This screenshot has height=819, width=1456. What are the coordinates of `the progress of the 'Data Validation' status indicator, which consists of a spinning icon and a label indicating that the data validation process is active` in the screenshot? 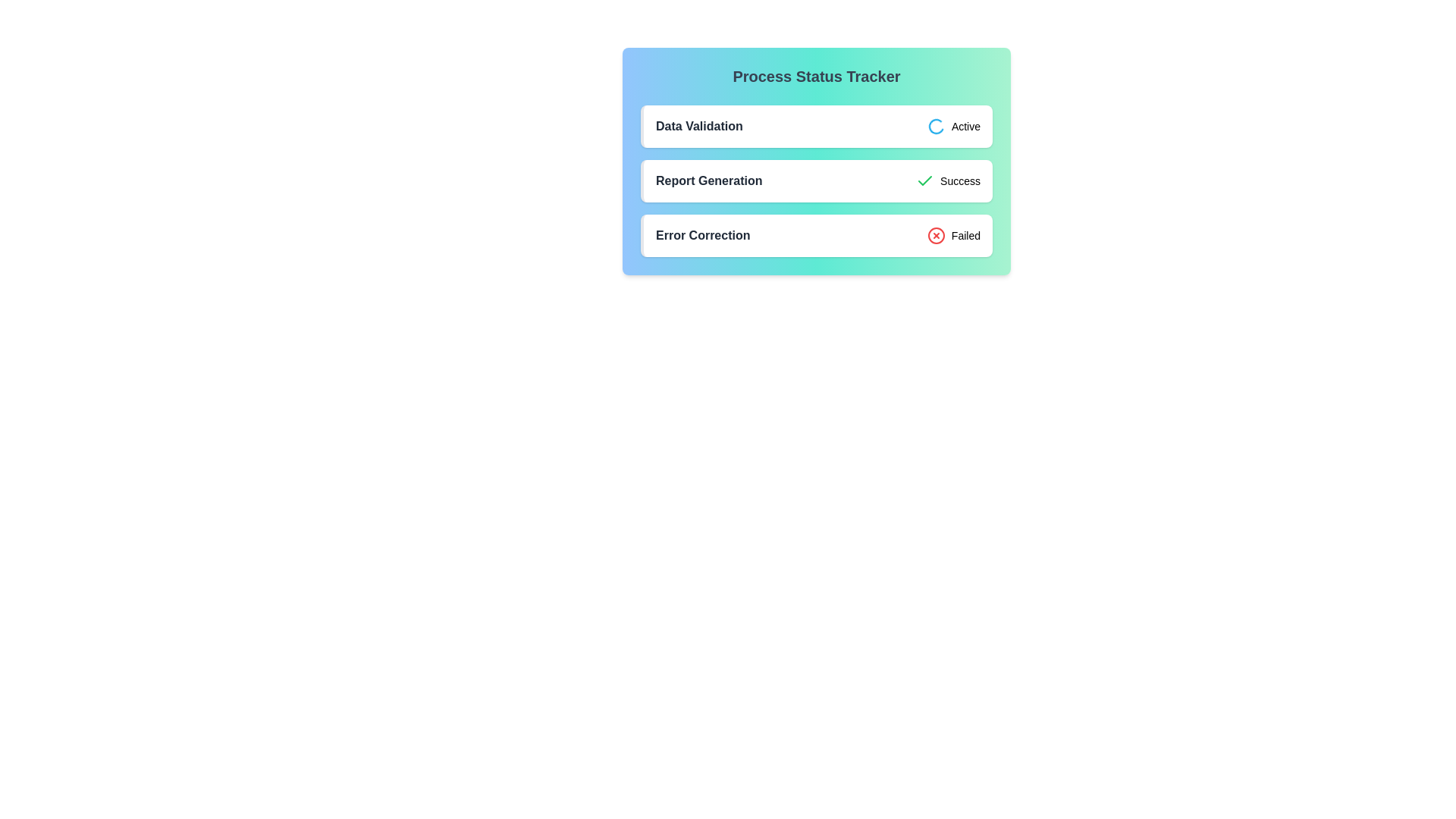 It's located at (952, 125).